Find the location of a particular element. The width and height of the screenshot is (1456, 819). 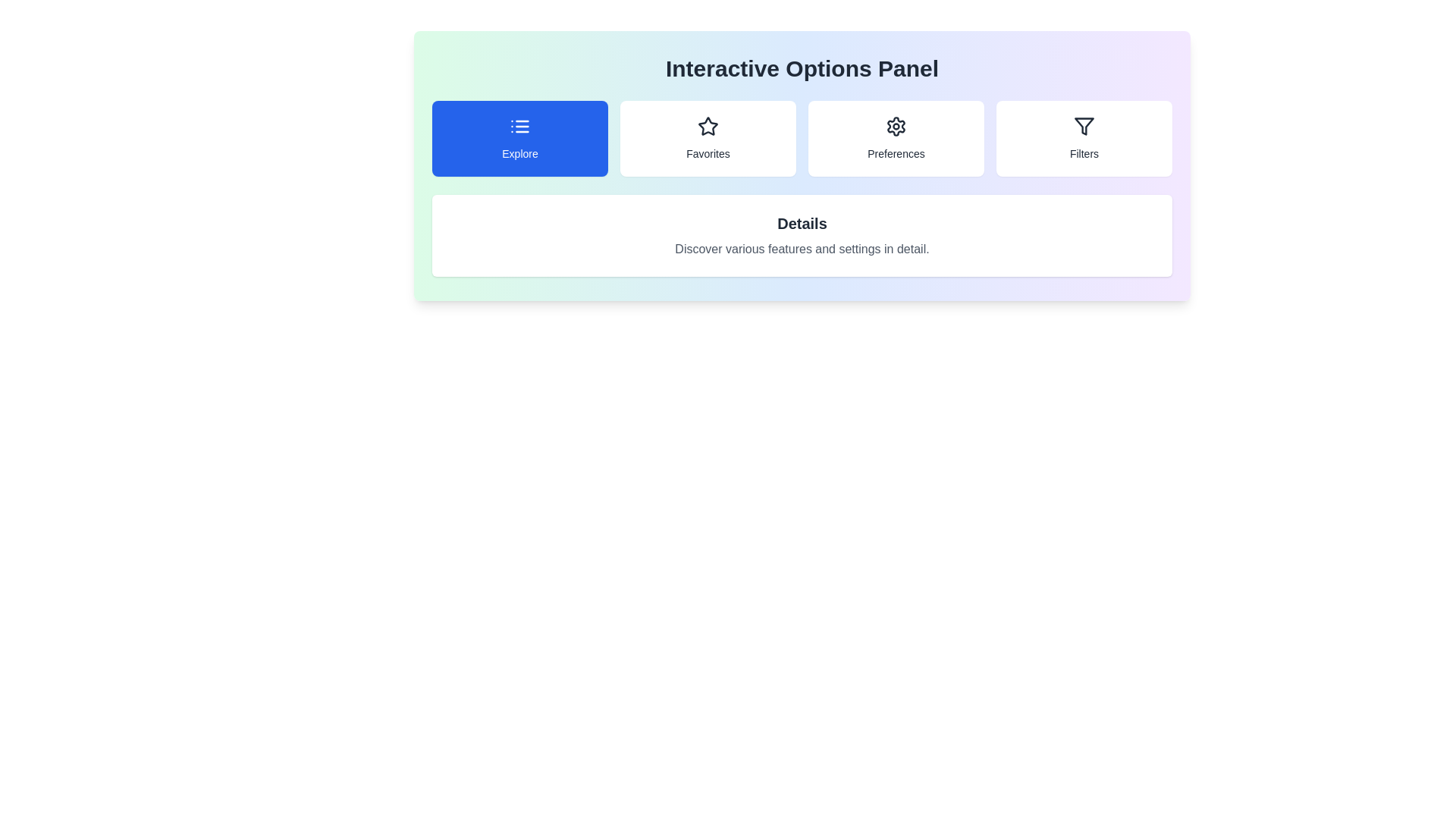

the 'Explore' button located at the top left corner of the button group is located at coordinates (520, 138).